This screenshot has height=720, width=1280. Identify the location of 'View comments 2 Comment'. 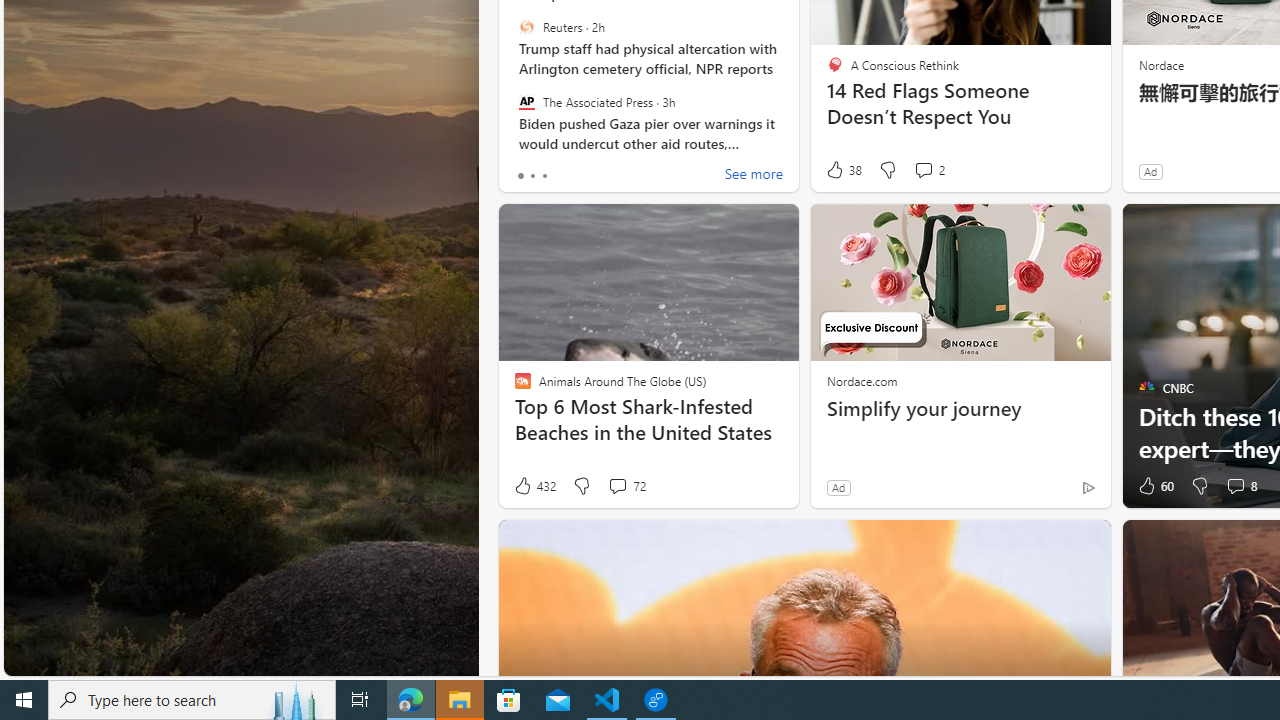
(922, 168).